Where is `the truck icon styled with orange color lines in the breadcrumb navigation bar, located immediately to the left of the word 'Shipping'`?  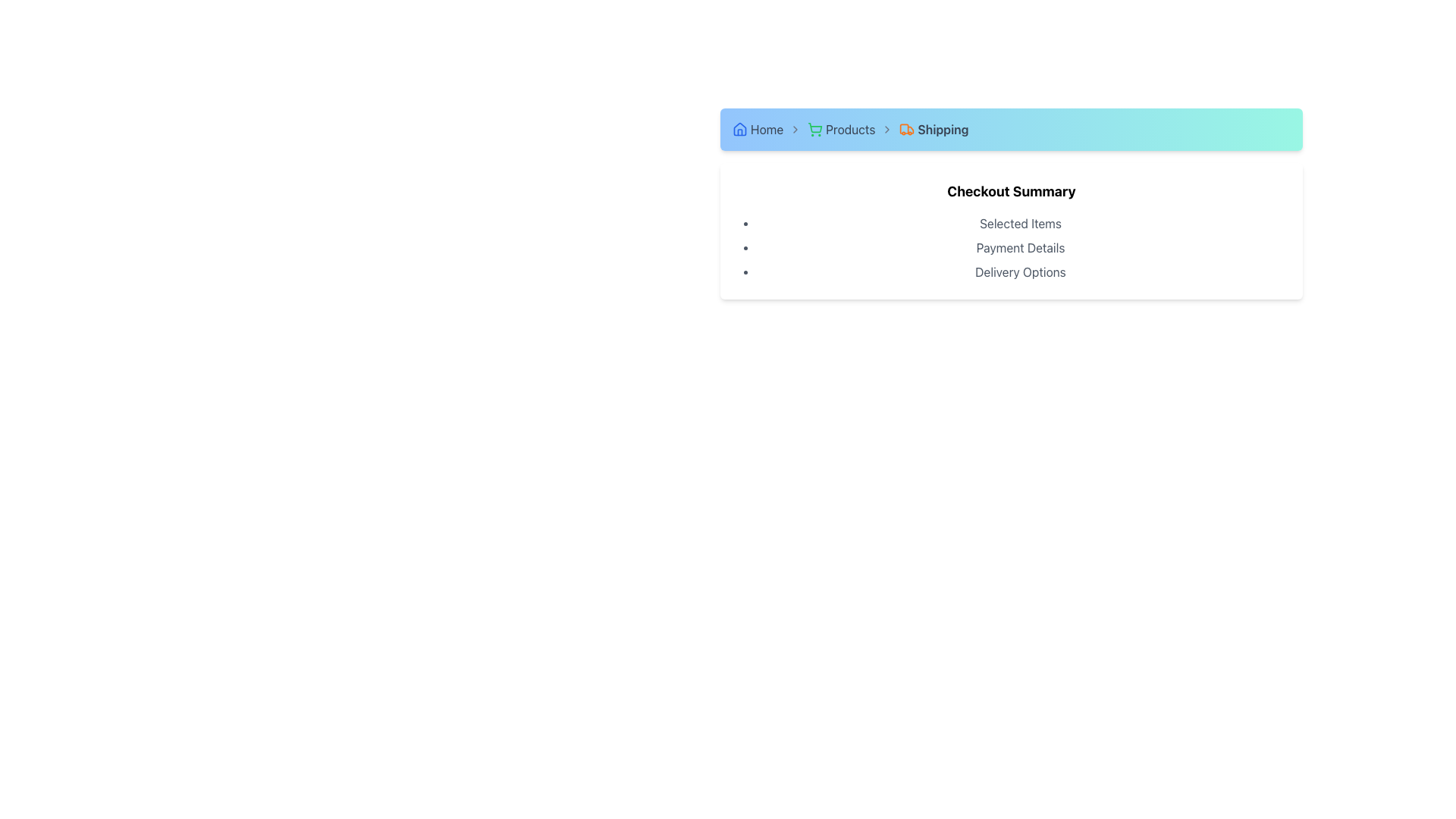
the truck icon styled with orange color lines in the breadcrumb navigation bar, located immediately to the left of the word 'Shipping' is located at coordinates (907, 128).